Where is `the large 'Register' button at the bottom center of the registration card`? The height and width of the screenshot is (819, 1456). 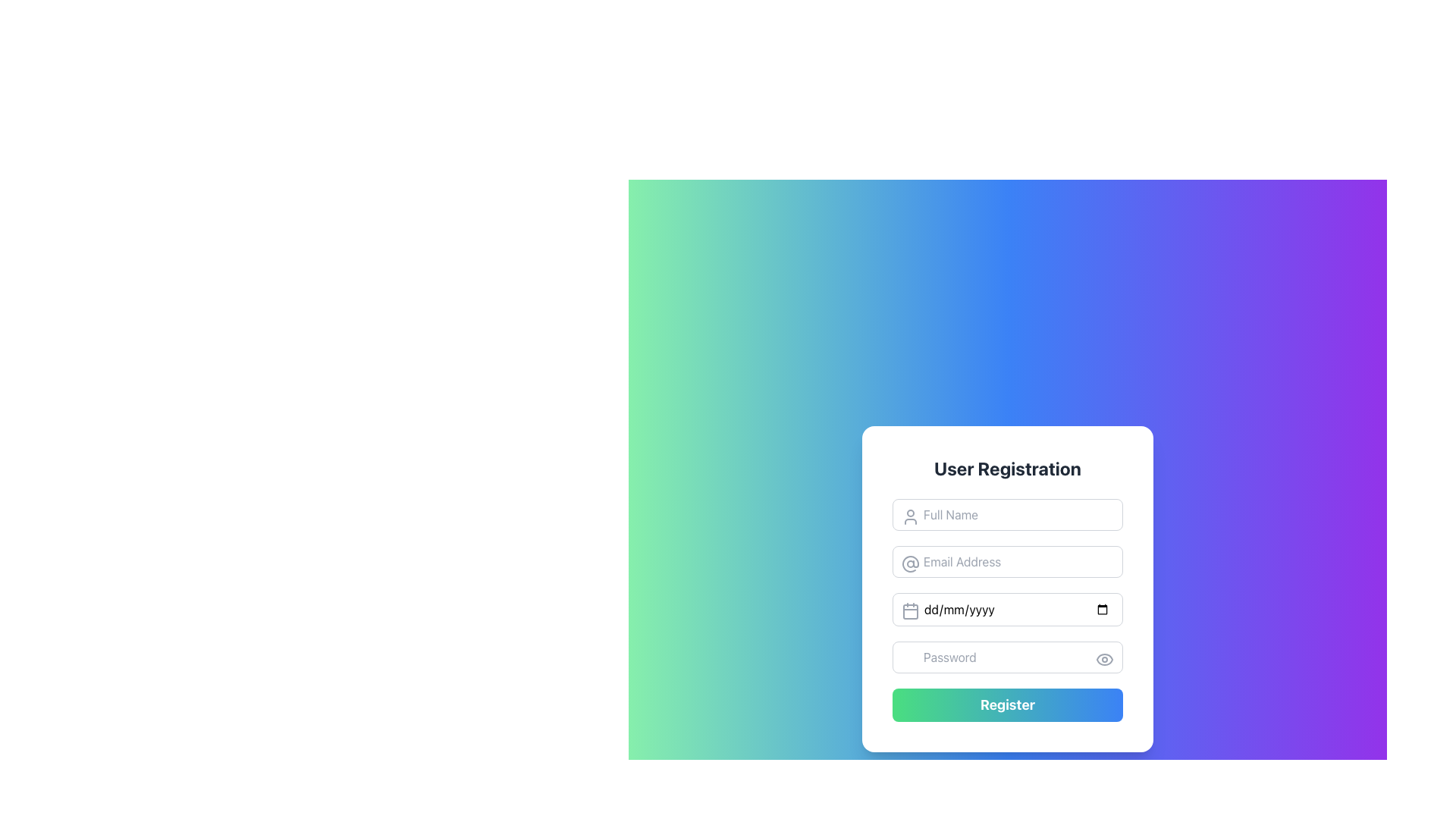
the large 'Register' button at the bottom center of the registration card is located at coordinates (1008, 704).